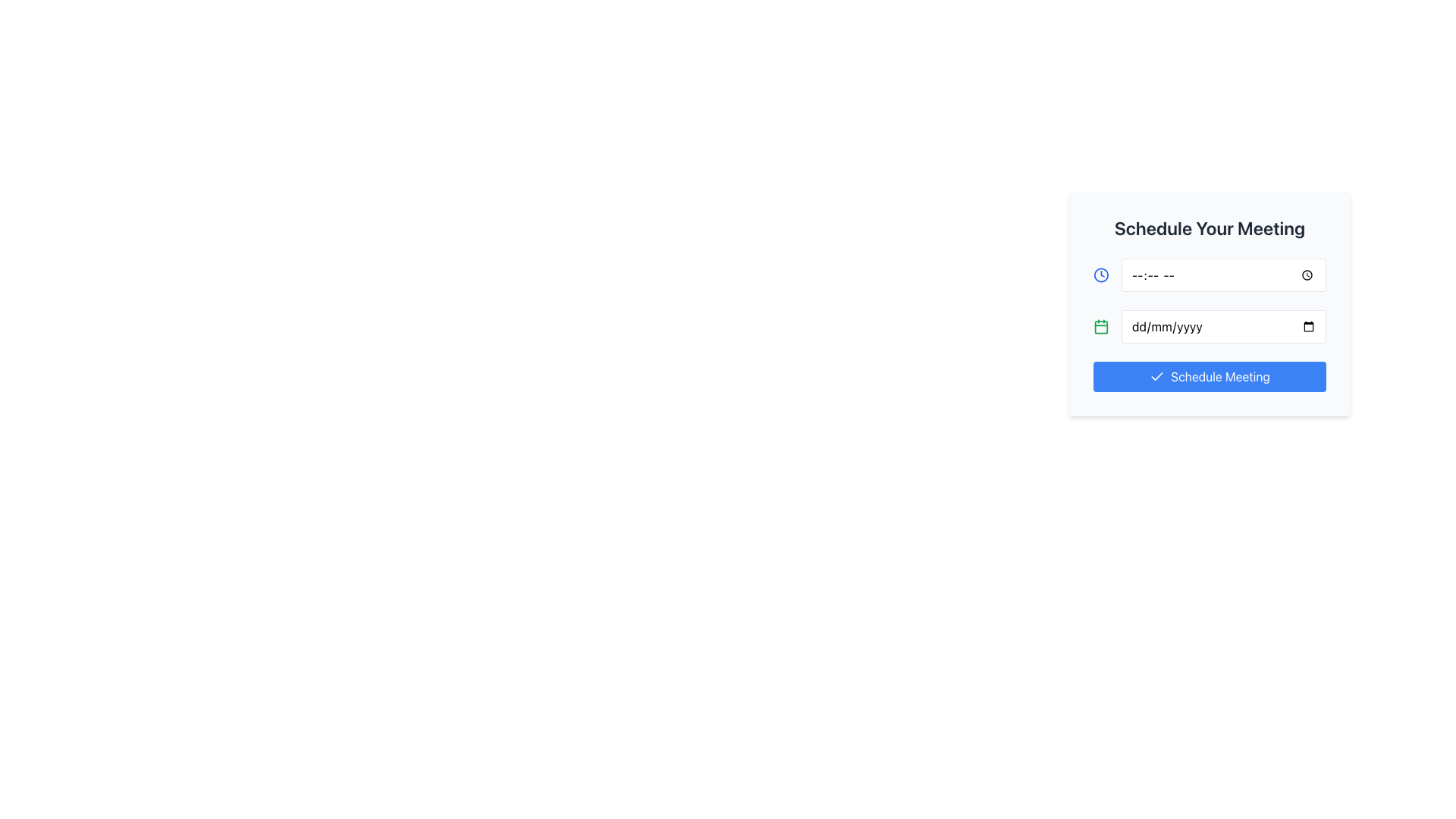 The height and width of the screenshot is (819, 1456). I want to click on the circular graphical shape that is part of the clock icon, positioned to the right of the time selection input field, so click(1101, 275).